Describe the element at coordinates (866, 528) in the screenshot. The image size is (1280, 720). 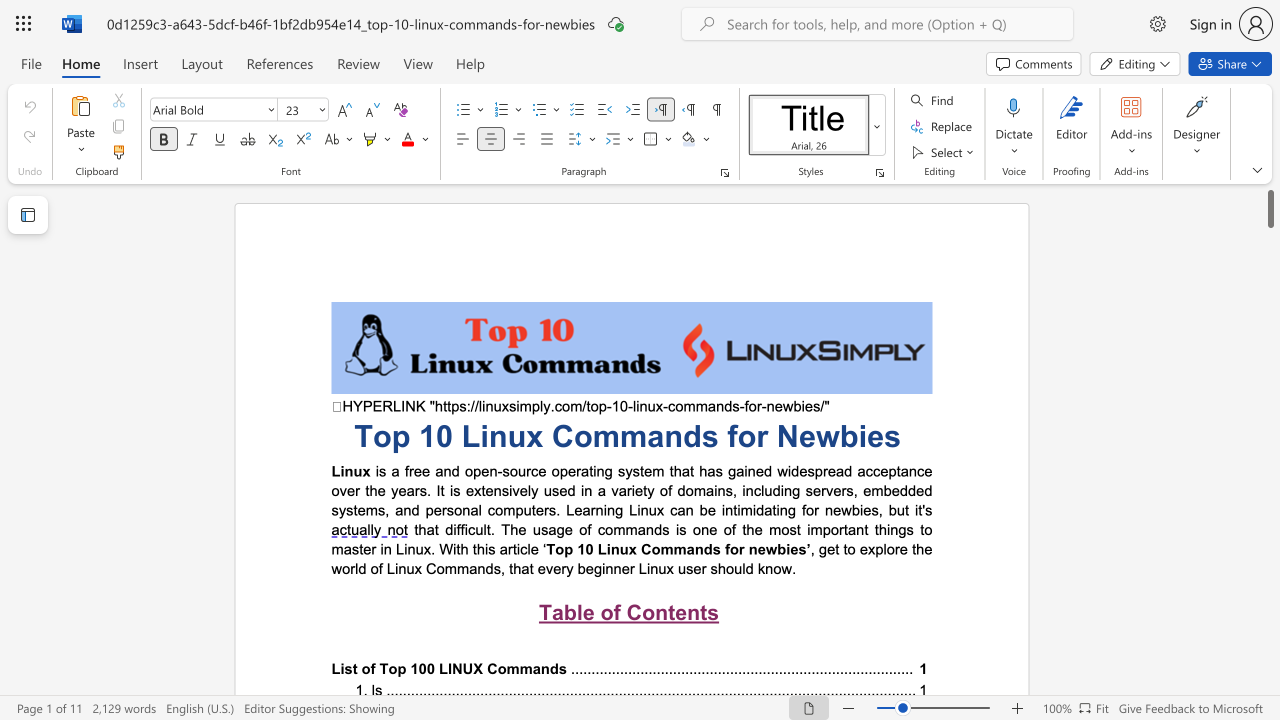
I see `the 4th character "t" in the text` at that location.